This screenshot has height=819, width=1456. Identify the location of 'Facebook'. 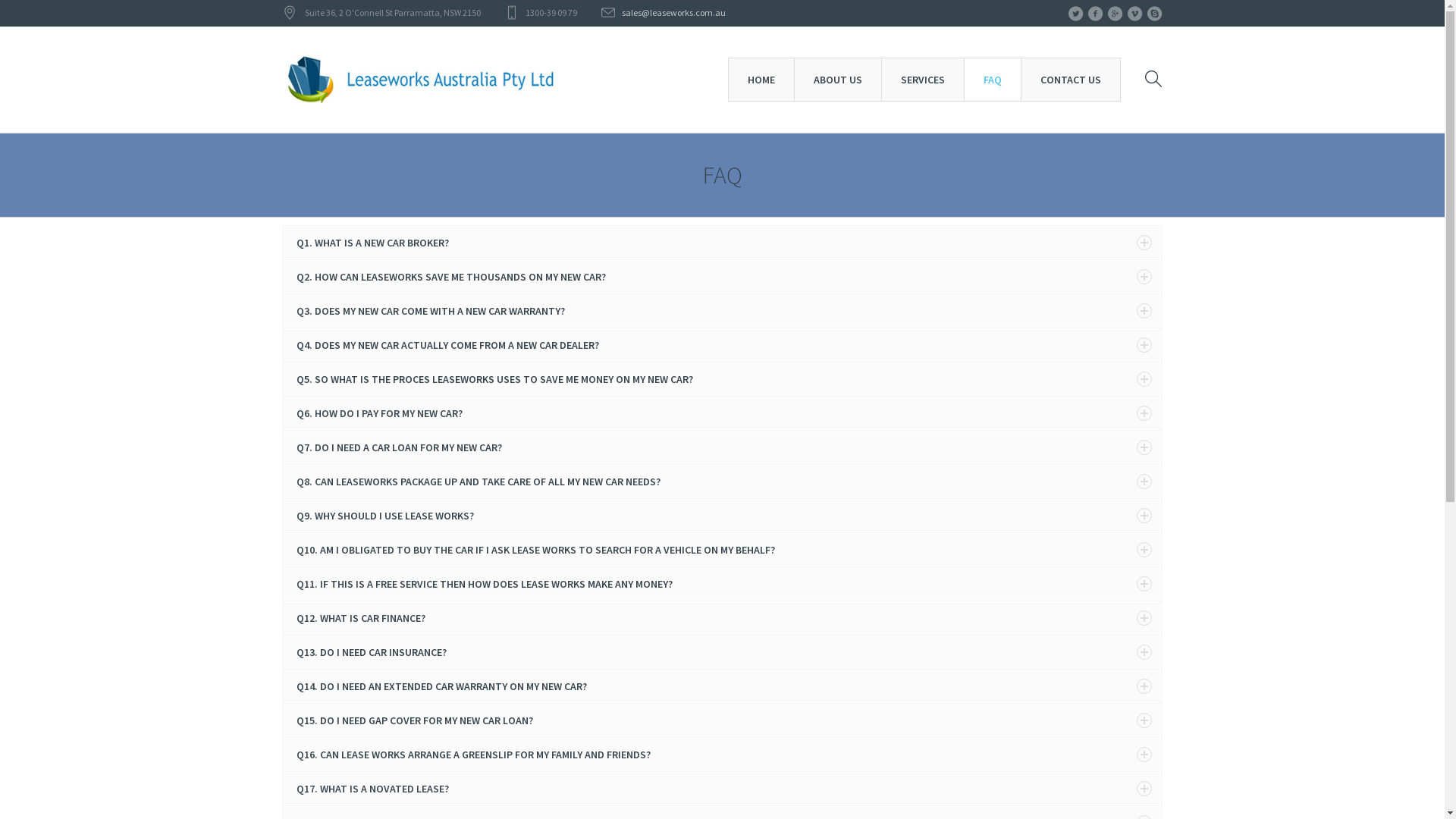
(1095, 14).